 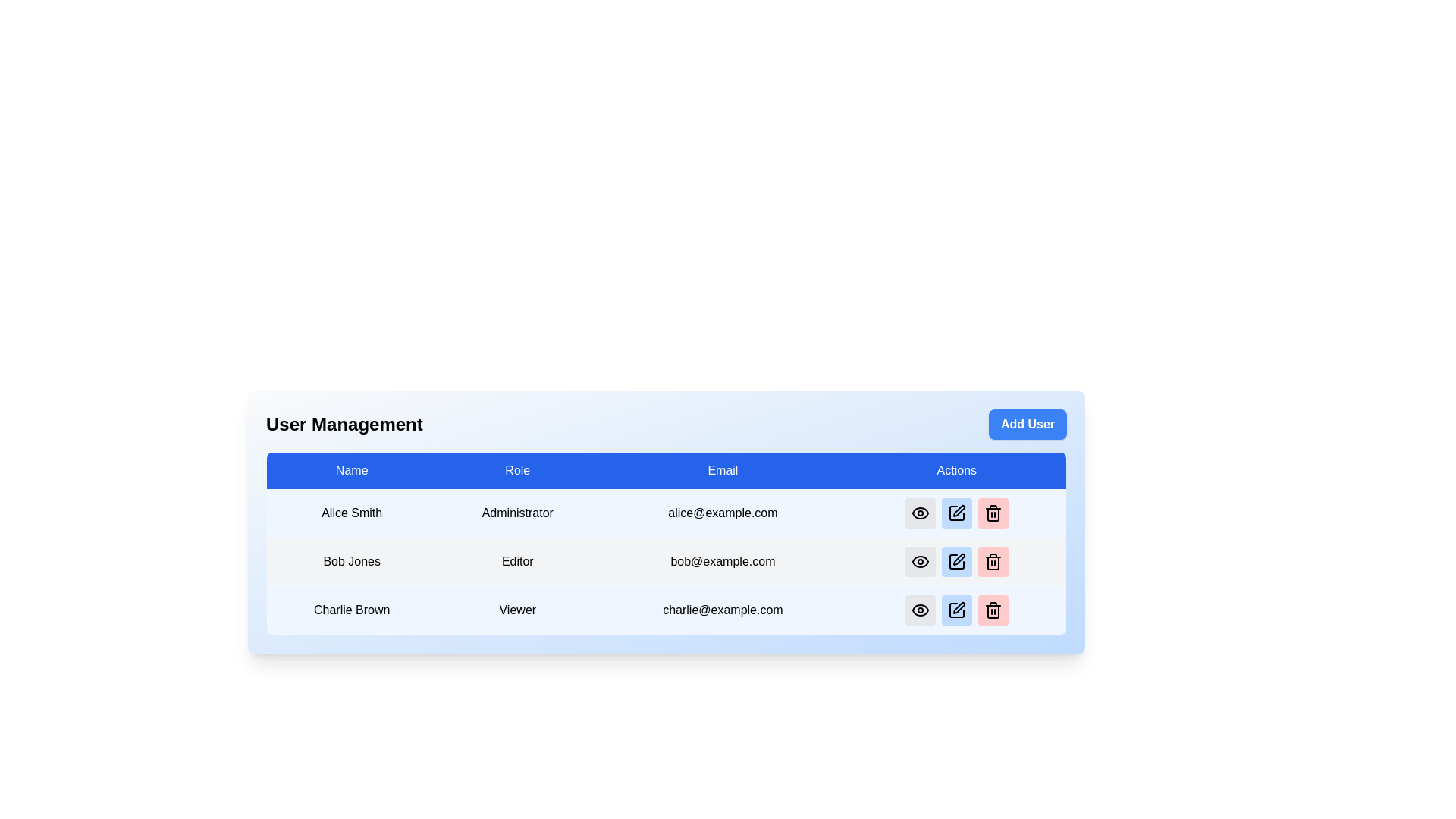 I want to click on the blue edit button with a pen icon located in the actions column of the first row in the user management table, so click(x=955, y=513).